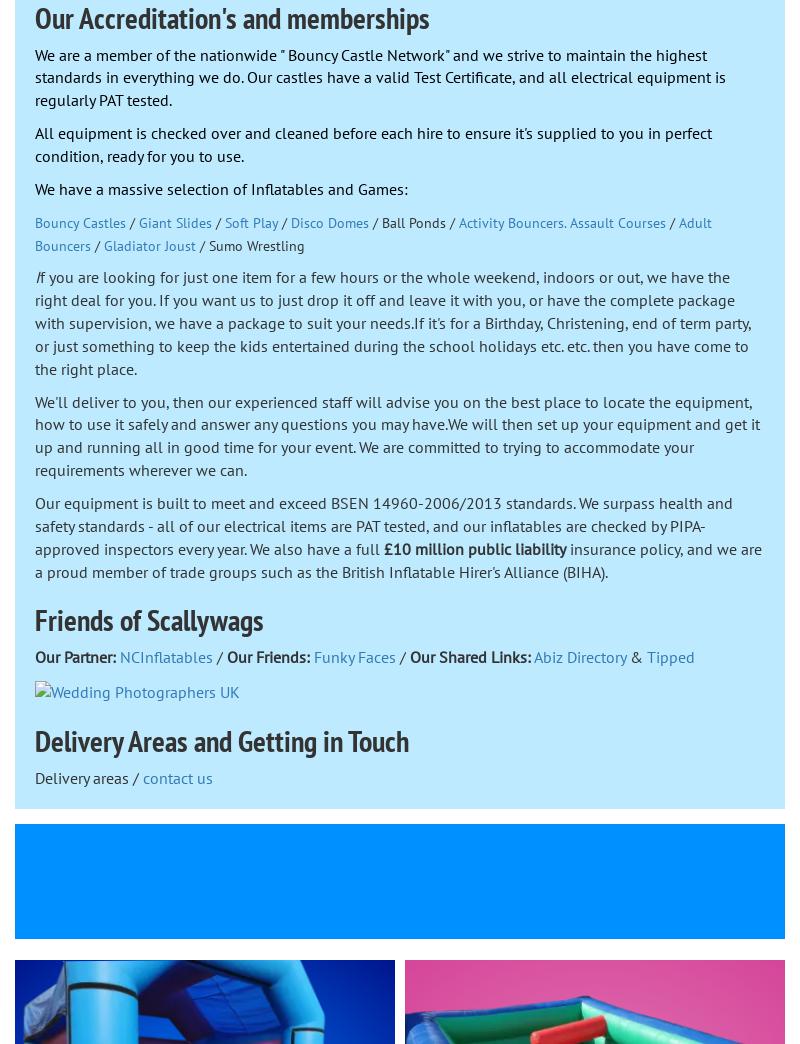  Describe the element at coordinates (372, 233) in the screenshot. I see `'Adult Bouncers'` at that location.